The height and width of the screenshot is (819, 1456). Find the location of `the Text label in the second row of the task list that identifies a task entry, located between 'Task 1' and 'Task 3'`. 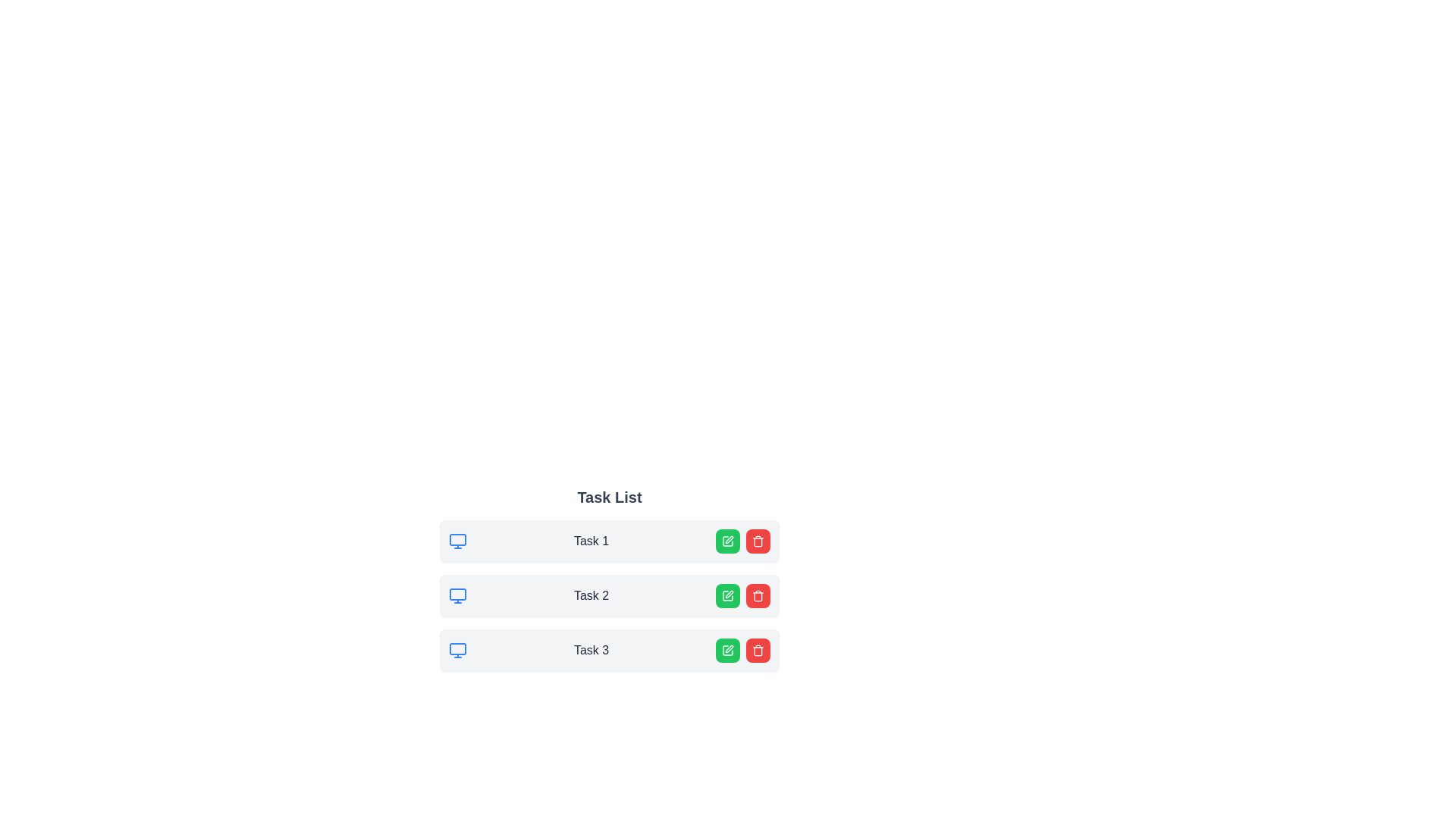

the Text label in the second row of the task list that identifies a task entry, located between 'Task 1' and 'Task 3' is located at coordinates (590, 595).